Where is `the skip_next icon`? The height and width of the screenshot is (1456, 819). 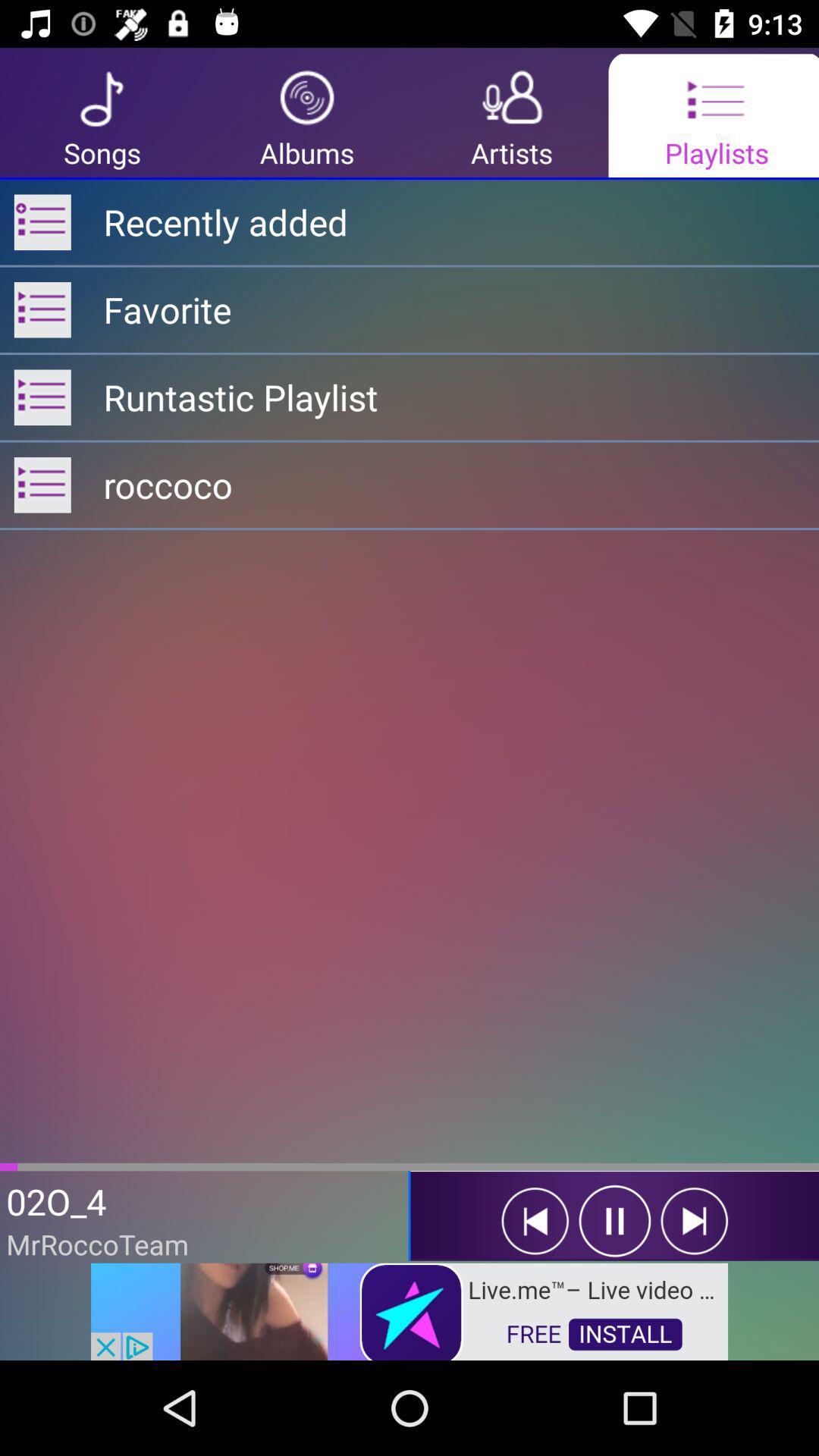 the skip_next icon is located at coordinates (694, 1221).